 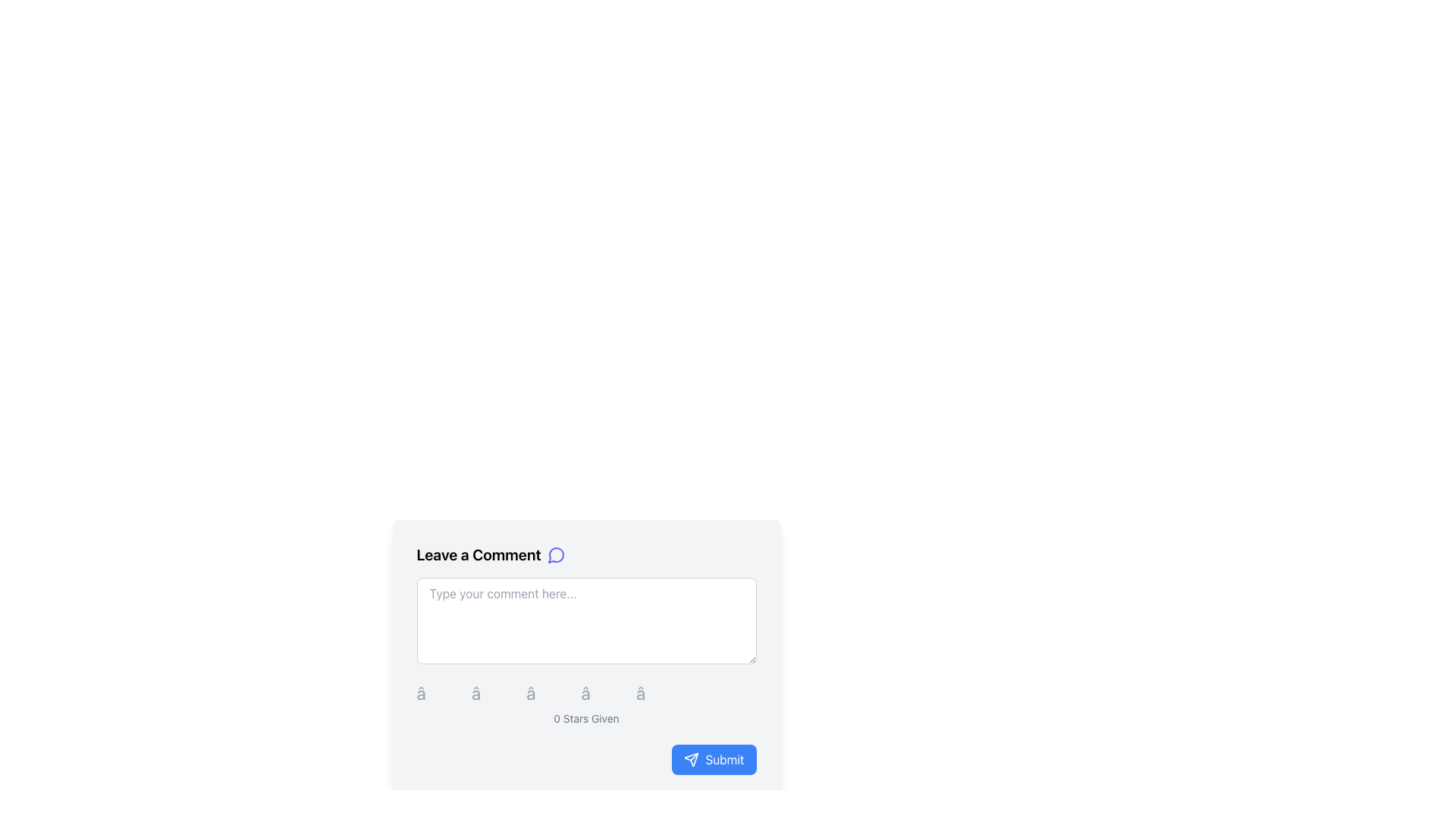 I want to click on the text label displaying '0 Stars Given', which is styled in gray and located below the star icons and above the 'Submit' button in the feedback card titled 'Leave a Comment', so click(x=585, y=718).